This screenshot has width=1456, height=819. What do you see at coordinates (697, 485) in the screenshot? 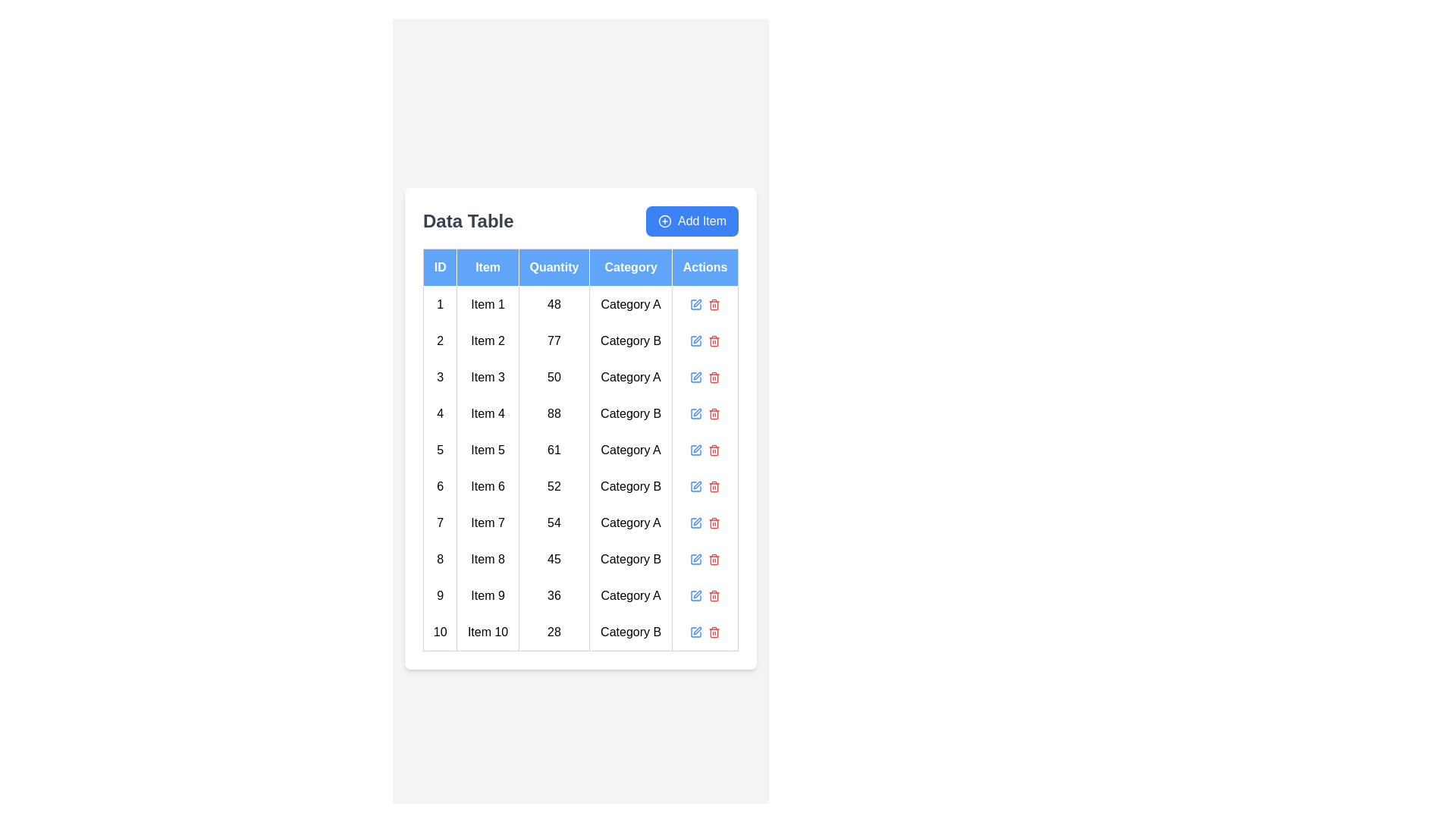
I see `the Edit Button icon, which is a stylized pen symbol located in the actions column of a data table` at bounding box center [697, 485].